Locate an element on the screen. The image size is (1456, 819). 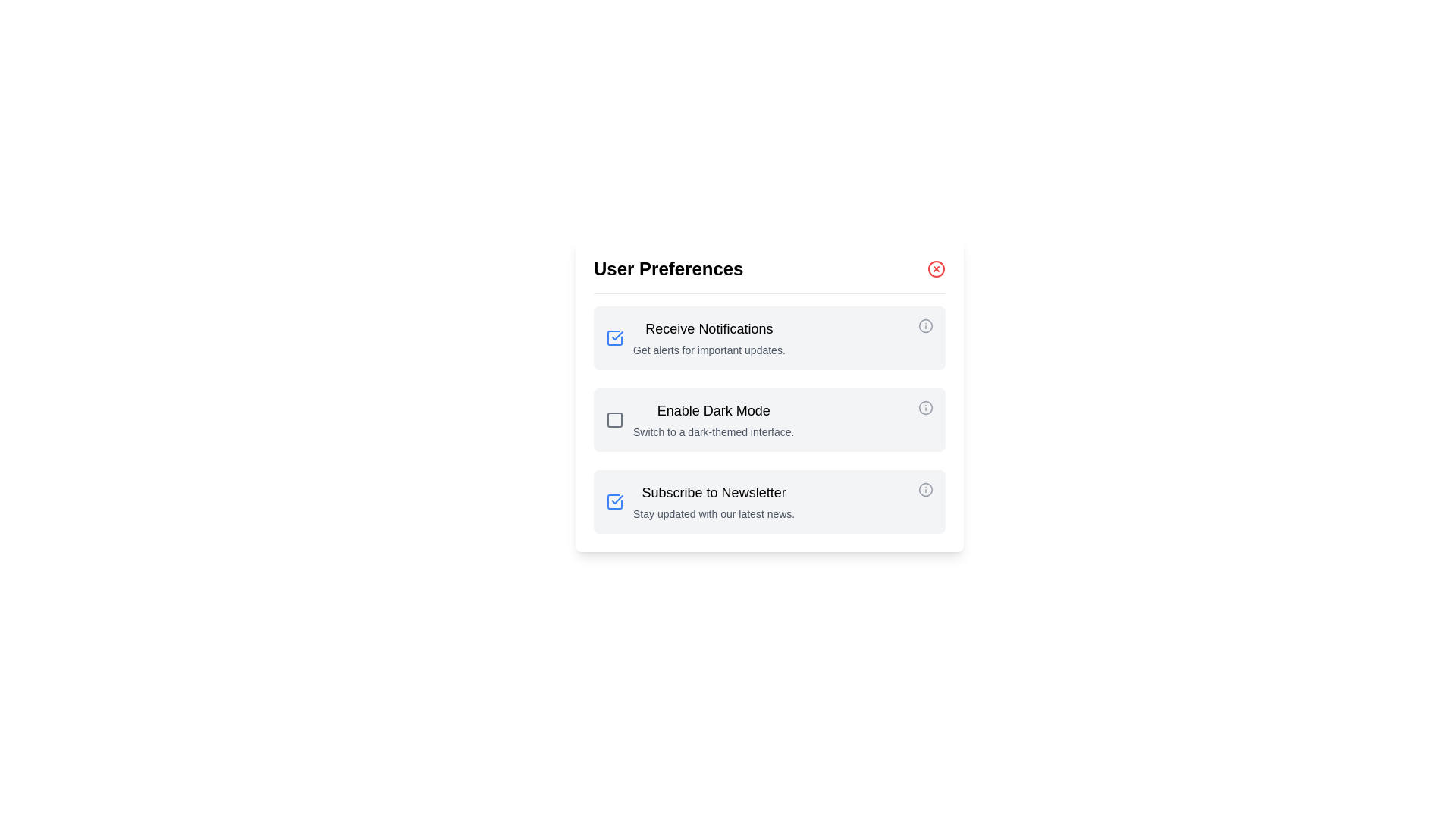
the dark mode preference option which consists of a checkbox, title, and description, located in the second position of three vertically stacked options is located at coordinates (769, 394).